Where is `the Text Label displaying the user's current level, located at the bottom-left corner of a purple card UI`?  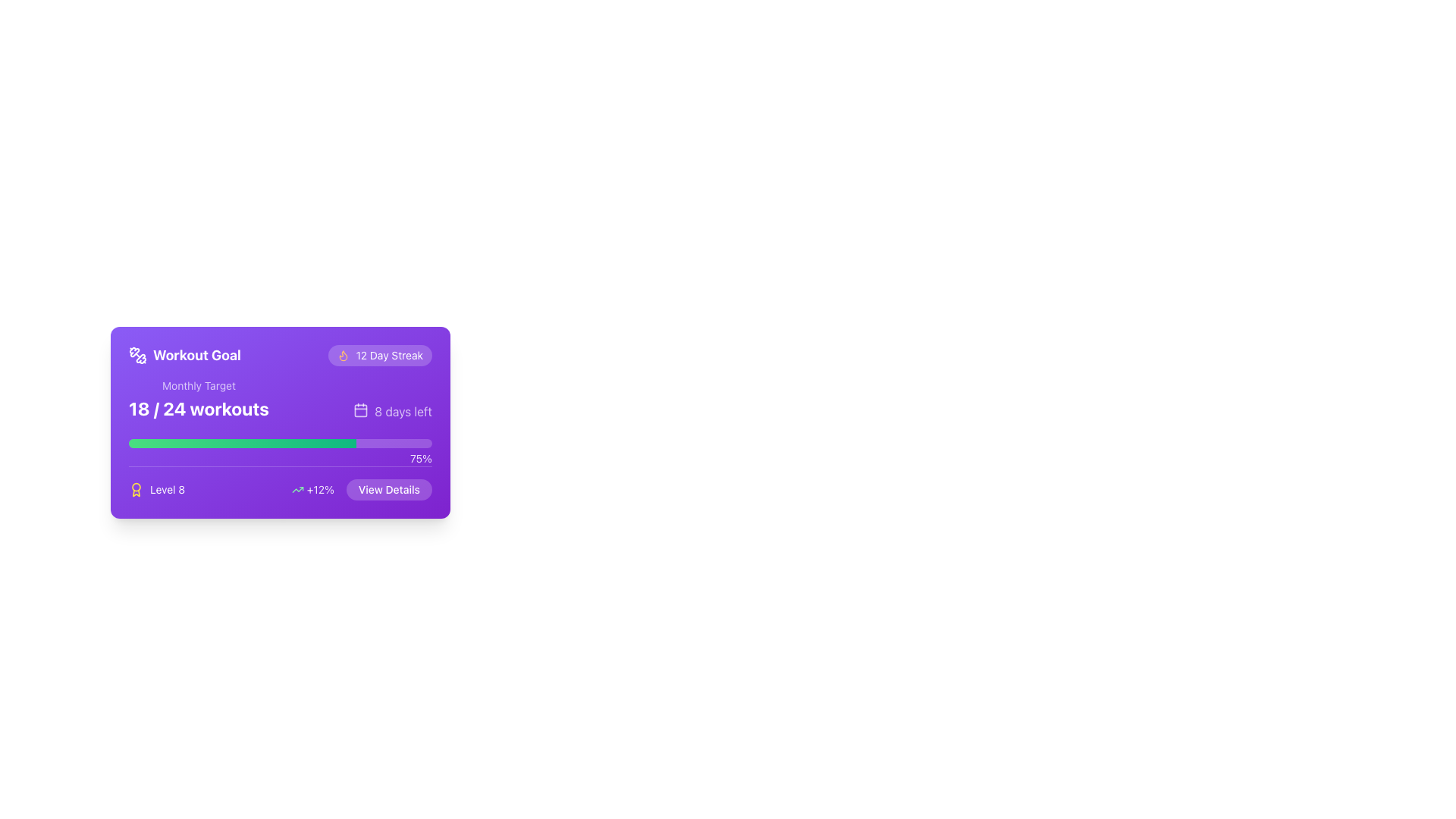
the Text Label displaying the user's current level, located at the bottom-left corner of a purple card UI is located at coordinates (167, 489).